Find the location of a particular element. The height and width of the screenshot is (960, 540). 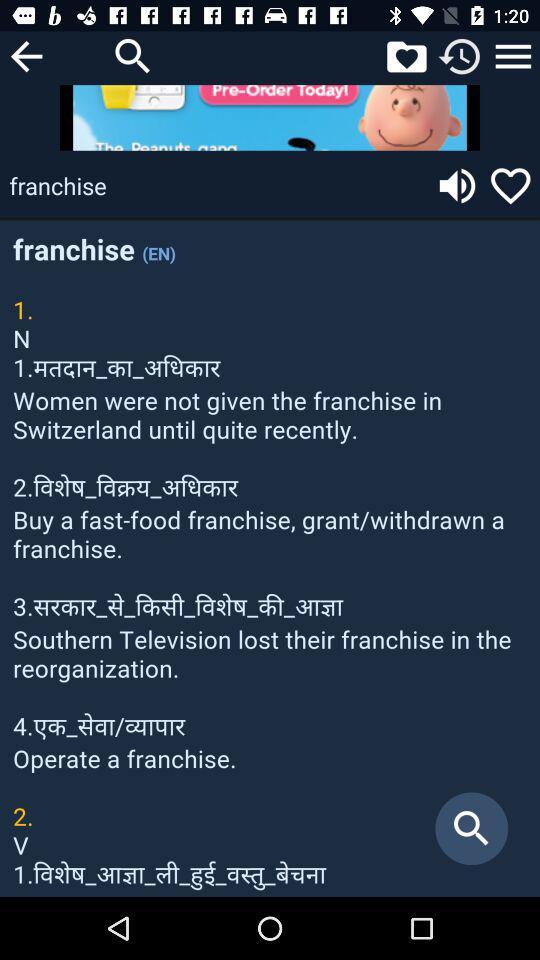

the search icon is located at coordinates (133, 55).